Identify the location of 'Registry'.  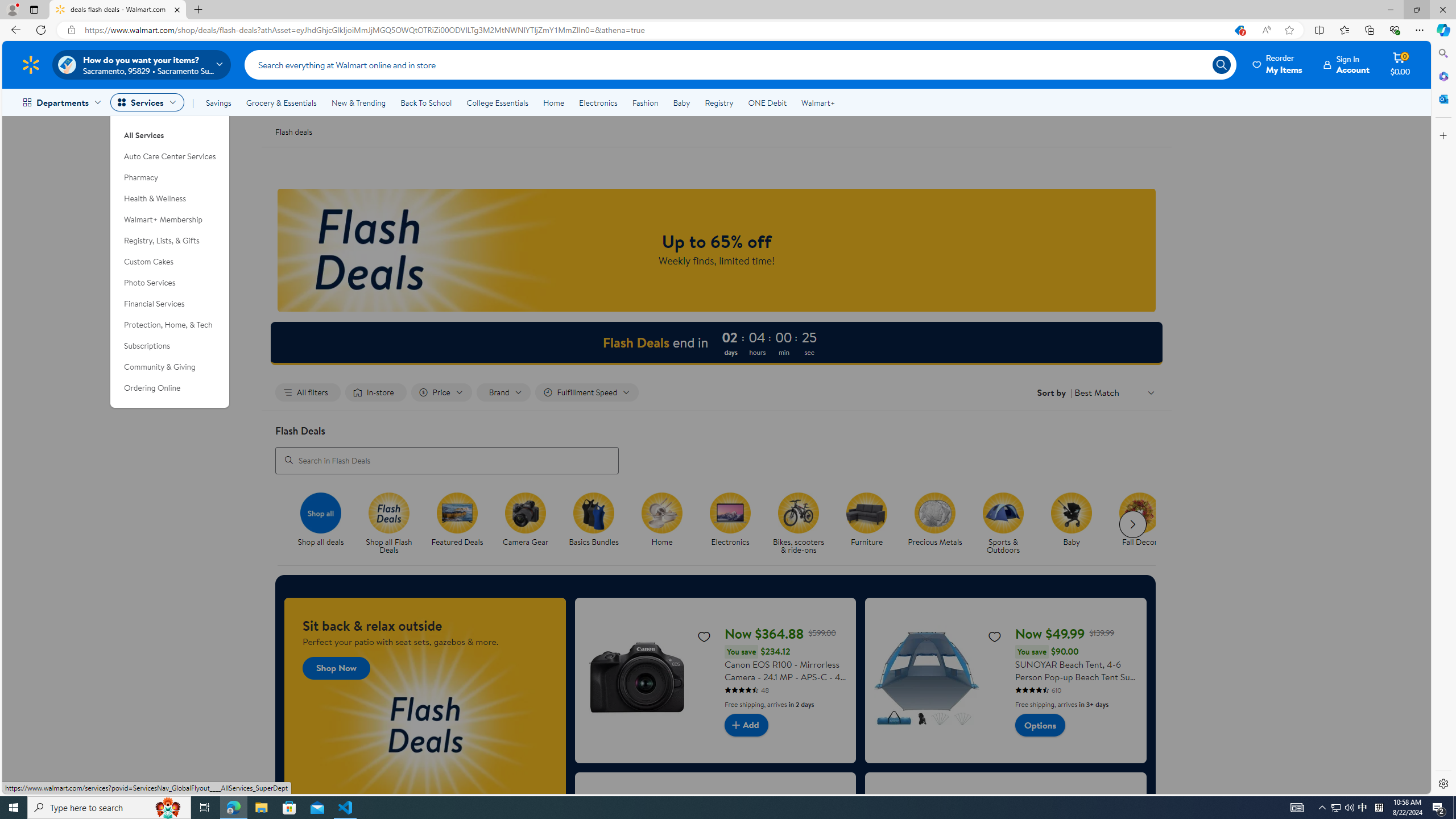
(718, 102).